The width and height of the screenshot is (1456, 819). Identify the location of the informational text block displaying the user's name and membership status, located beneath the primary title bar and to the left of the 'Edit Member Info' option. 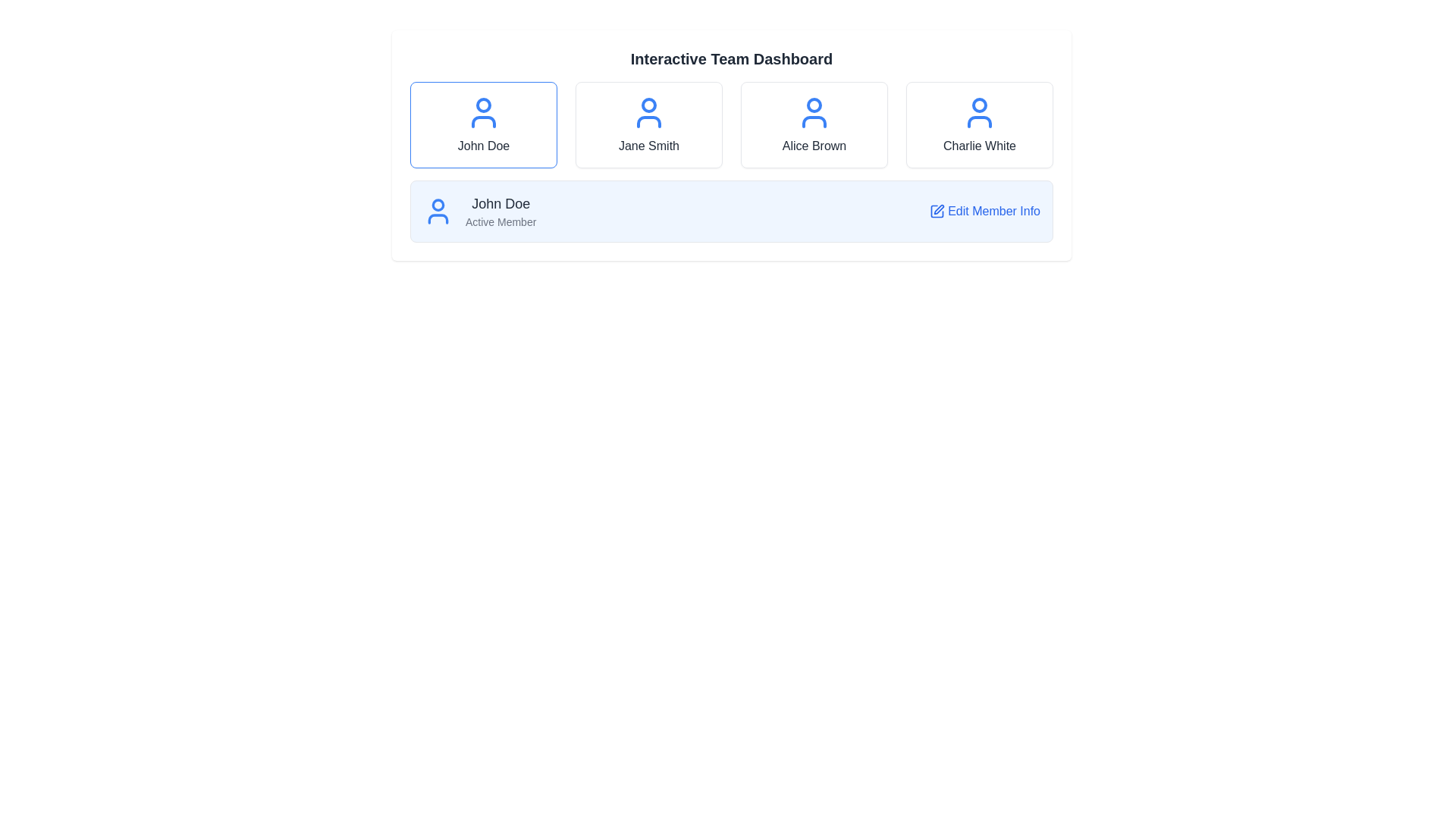
(500, 211).